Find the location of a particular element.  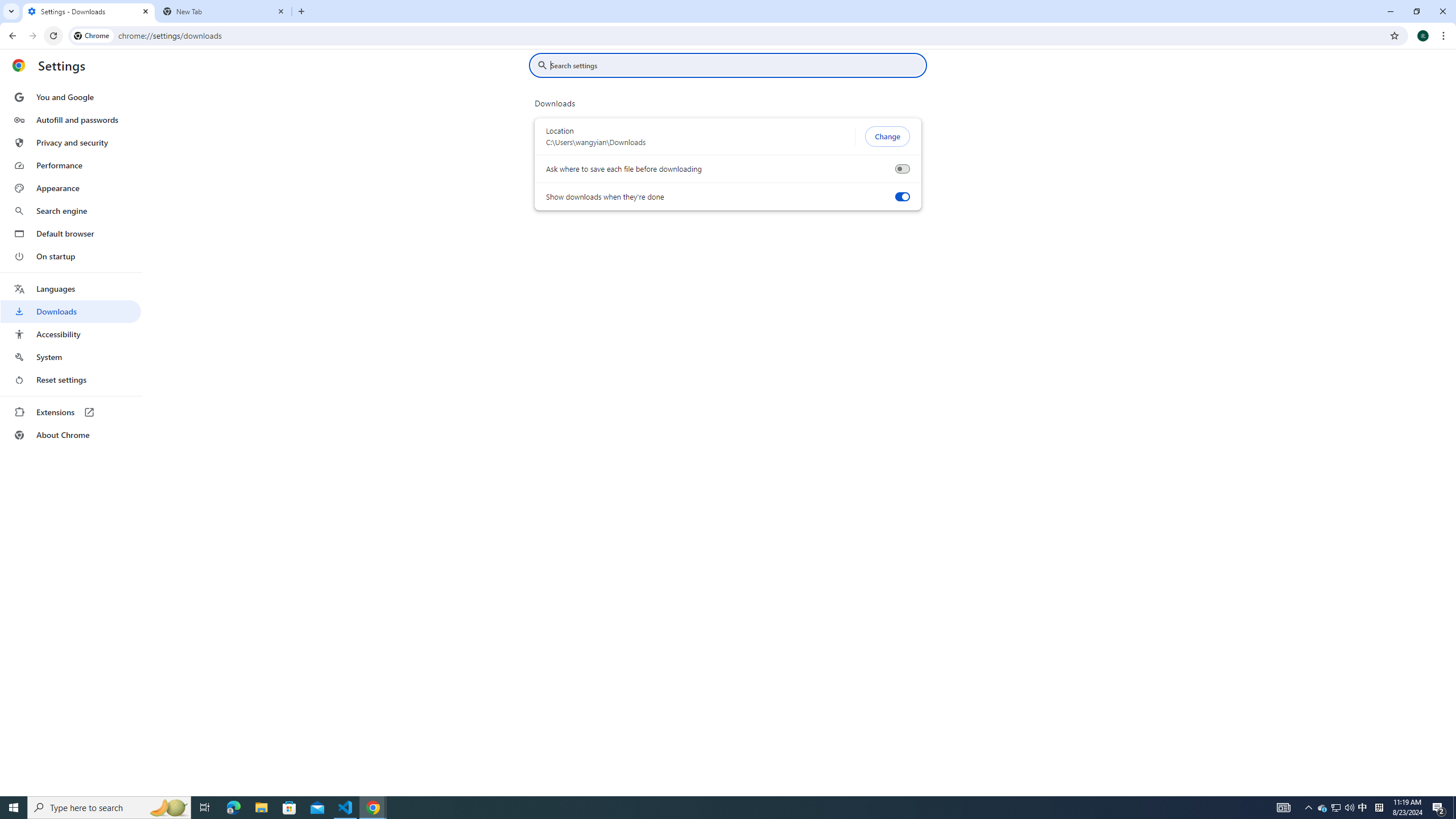

'New Tab' is located at coordinates (224, 11).